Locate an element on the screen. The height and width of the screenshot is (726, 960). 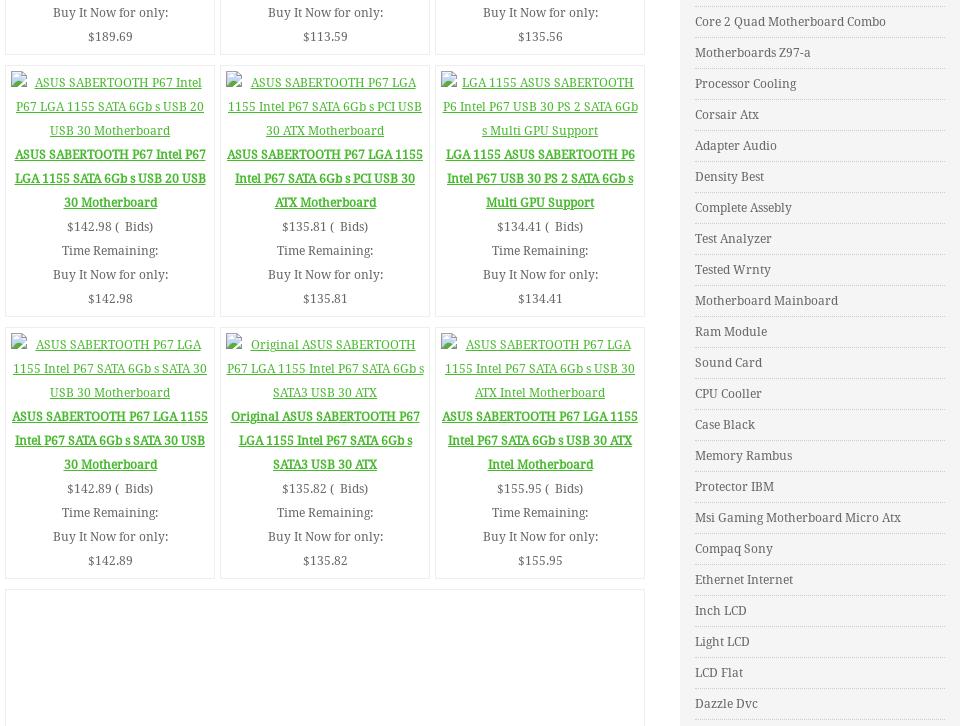
'$134.41 (  Bids)' is located at coordinates (539, 226).